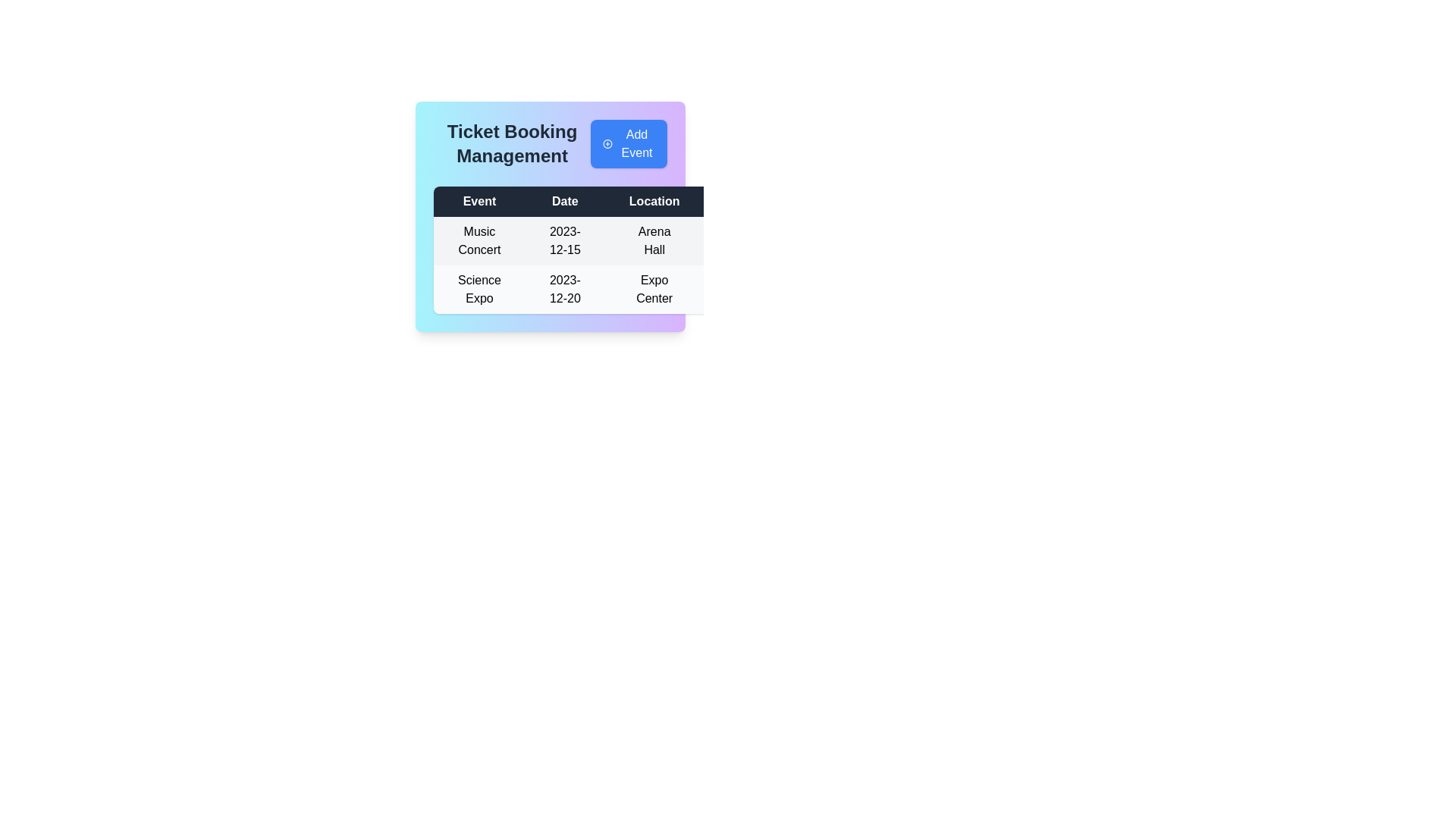 The width and height of the screenshot is (1456, 819). I want to click on the static text element displaying '2023-12-15', located in the middle cell under the 'Date' column of the table, so click(564, 240).